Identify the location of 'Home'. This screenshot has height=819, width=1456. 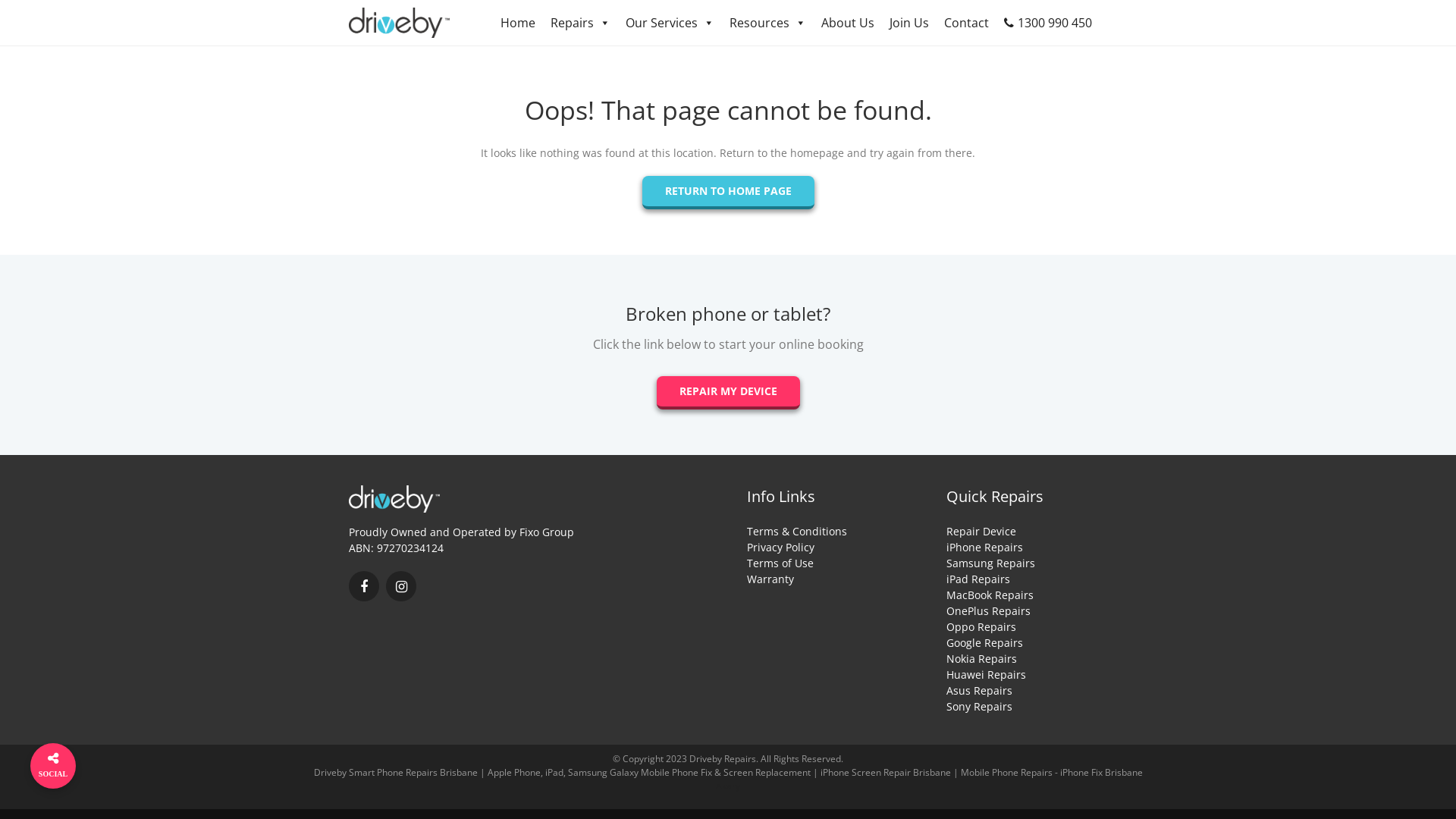
(492, 23).